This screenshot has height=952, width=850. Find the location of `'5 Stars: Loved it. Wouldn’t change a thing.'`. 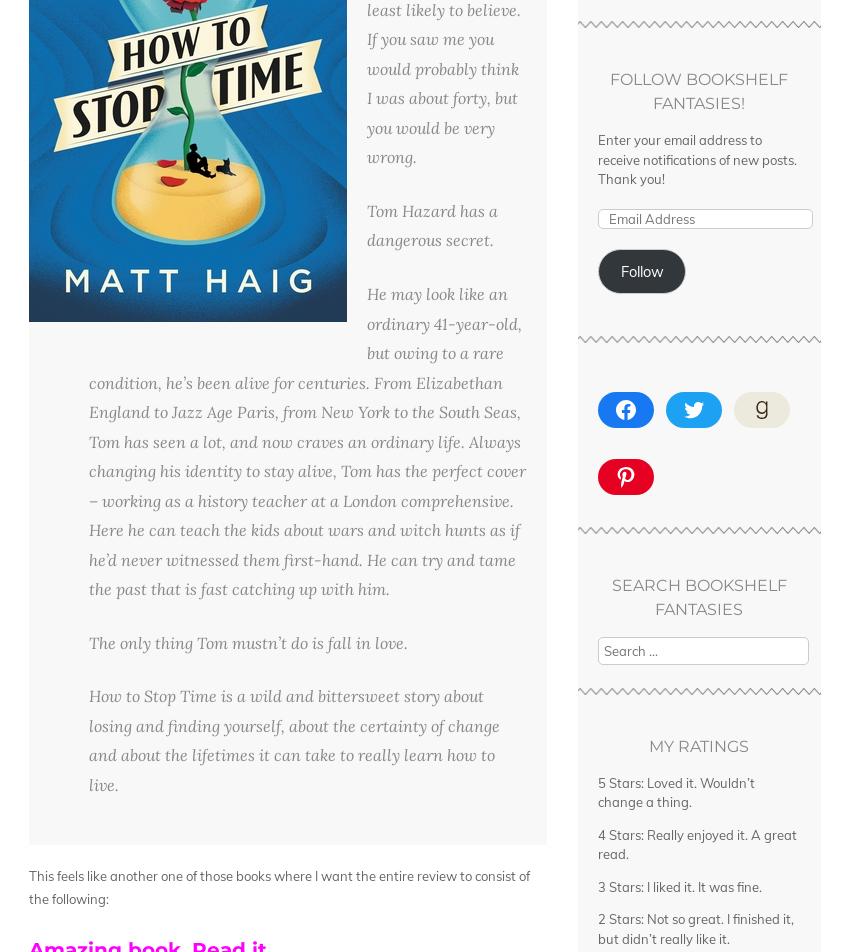

'5 Stars: Loved it. Wouldn’t change a thing.' is located at coordinates (596, 791).